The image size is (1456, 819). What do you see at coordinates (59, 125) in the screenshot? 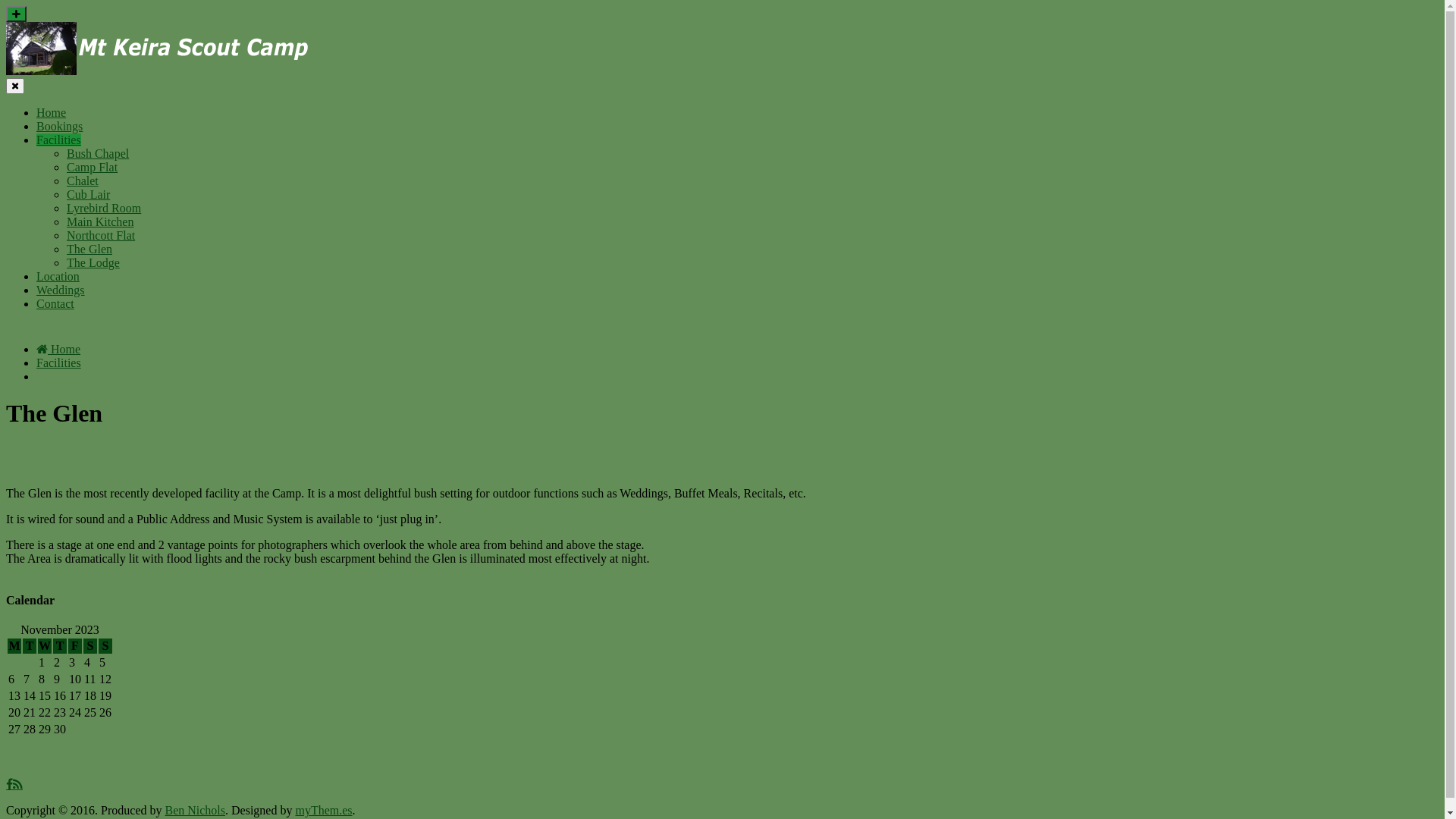
I see `'Bookings'` at bounding box center [59, 125].